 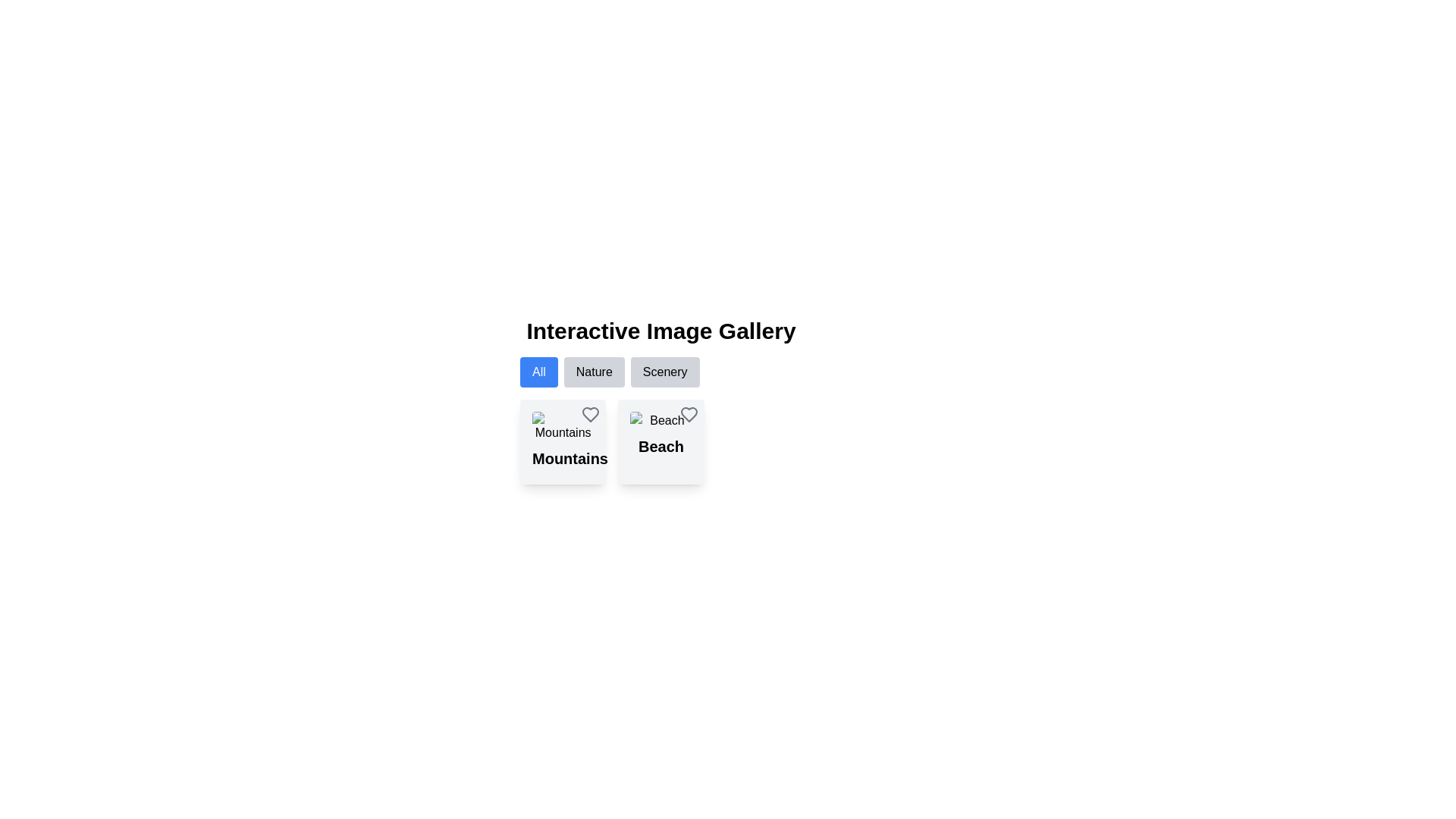 What do you see at coordinates (661, 400) in the screenshot?
I see `the 'Beach' Clickable Card located in the second column of the grid layout, below the filters and to the right of the 'Mountains' card` at bounding box center [661, 400].